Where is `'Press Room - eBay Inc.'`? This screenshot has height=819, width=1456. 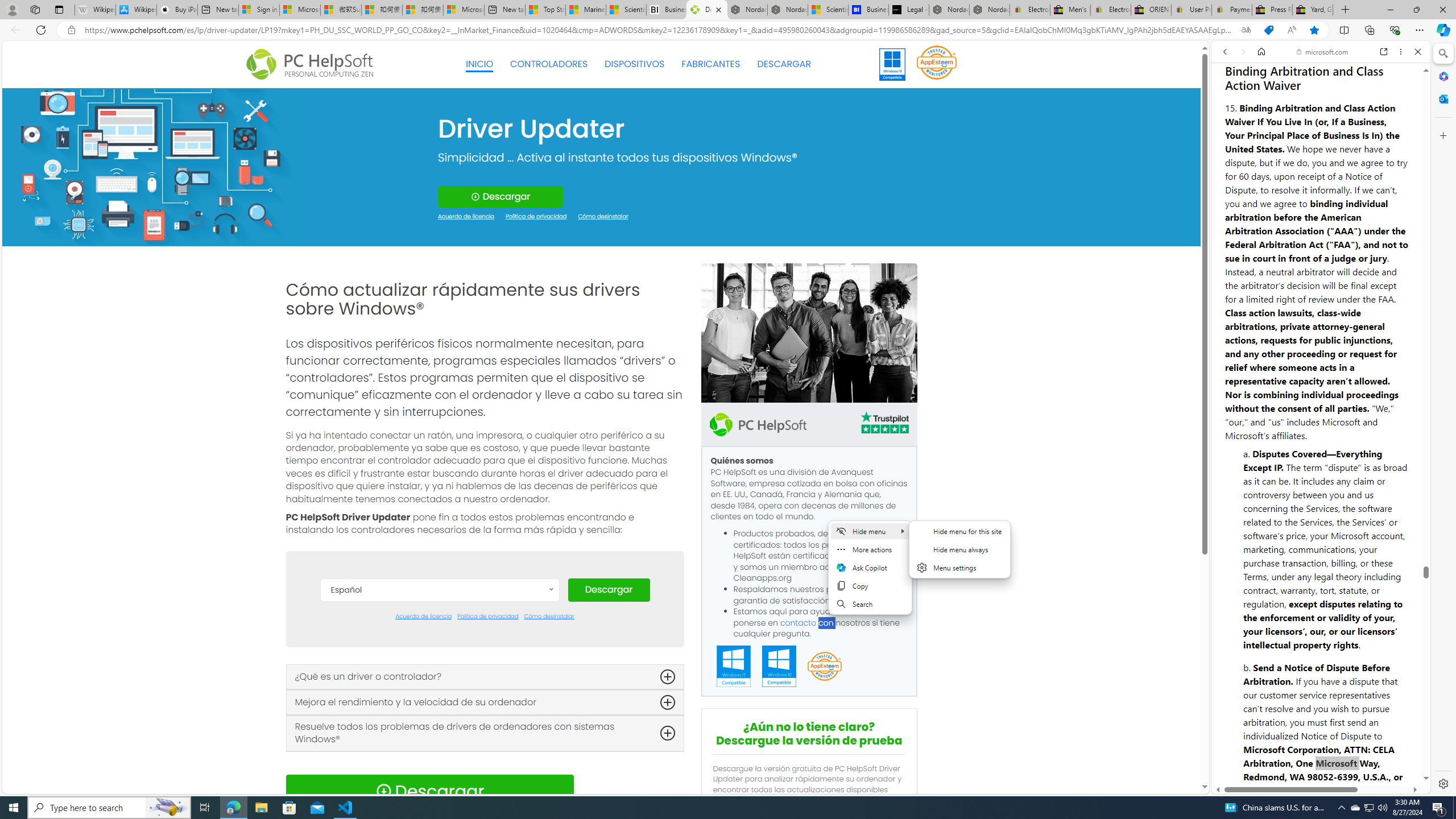 'Press Room - eBay Inc.' is located at coordinates (1272, 9).